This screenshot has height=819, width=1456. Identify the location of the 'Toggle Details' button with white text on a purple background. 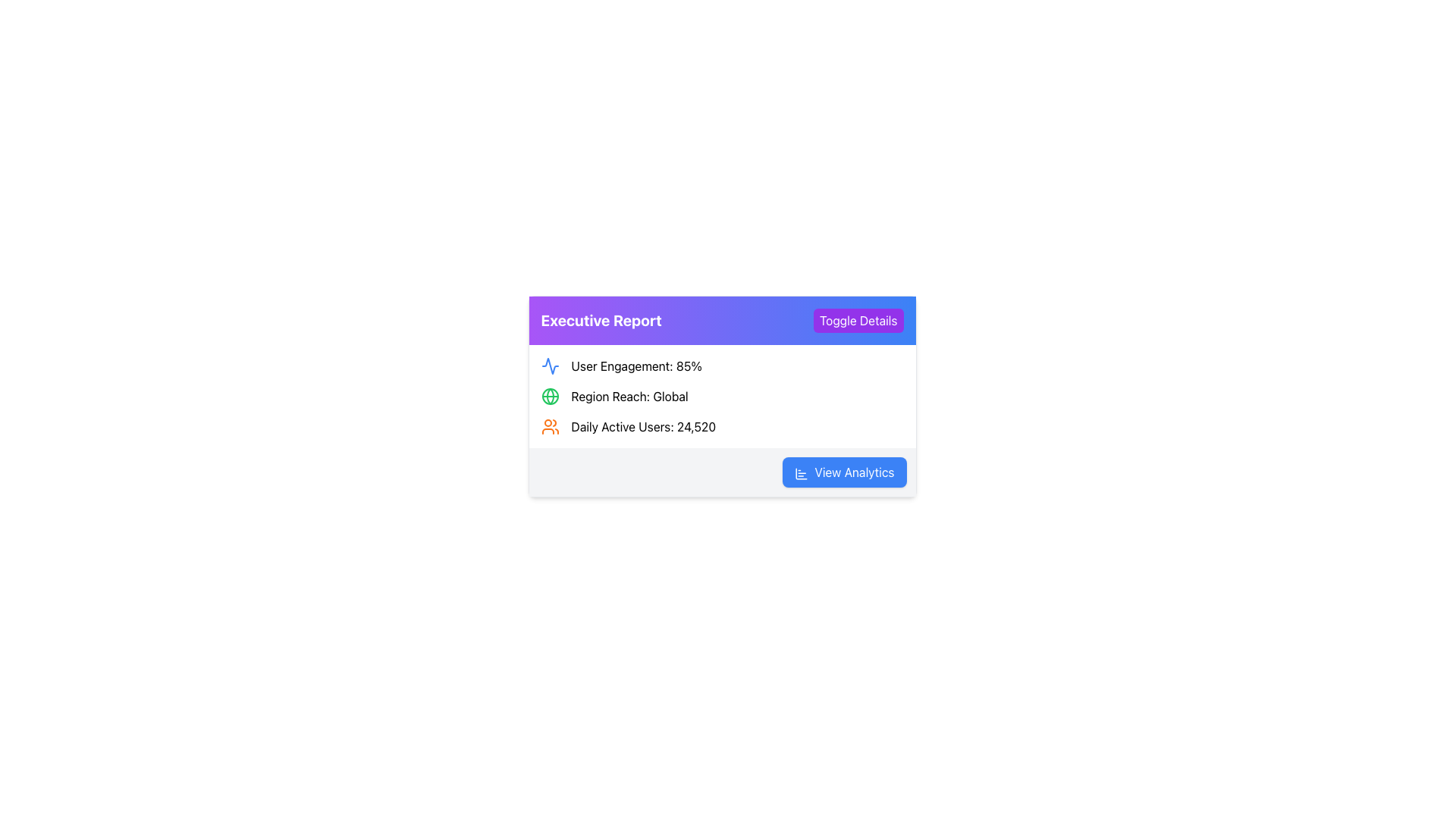
(858, 320).